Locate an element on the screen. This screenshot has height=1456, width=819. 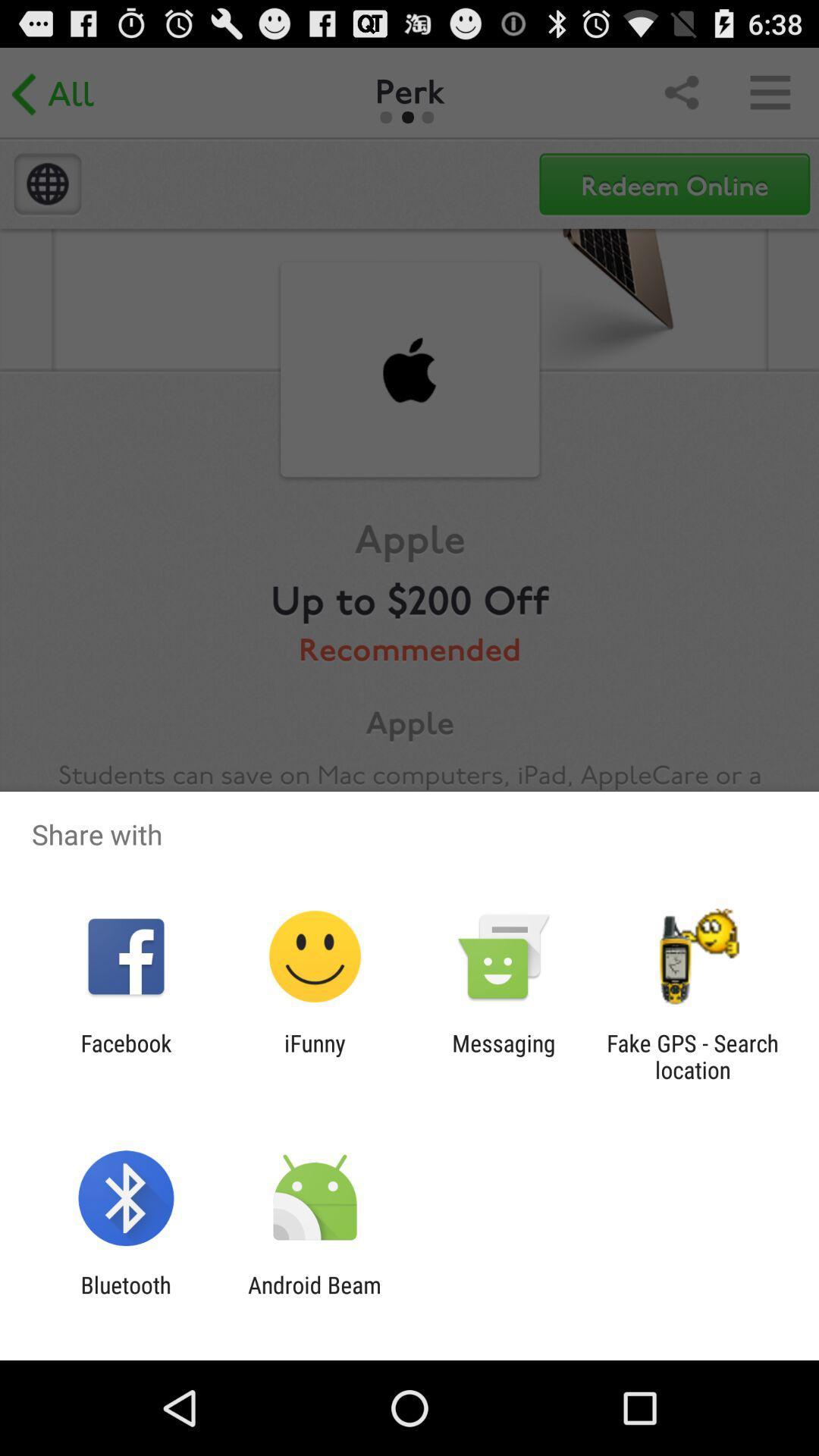
icon next to fake gps search icon is located at coordinates (504, 1056).